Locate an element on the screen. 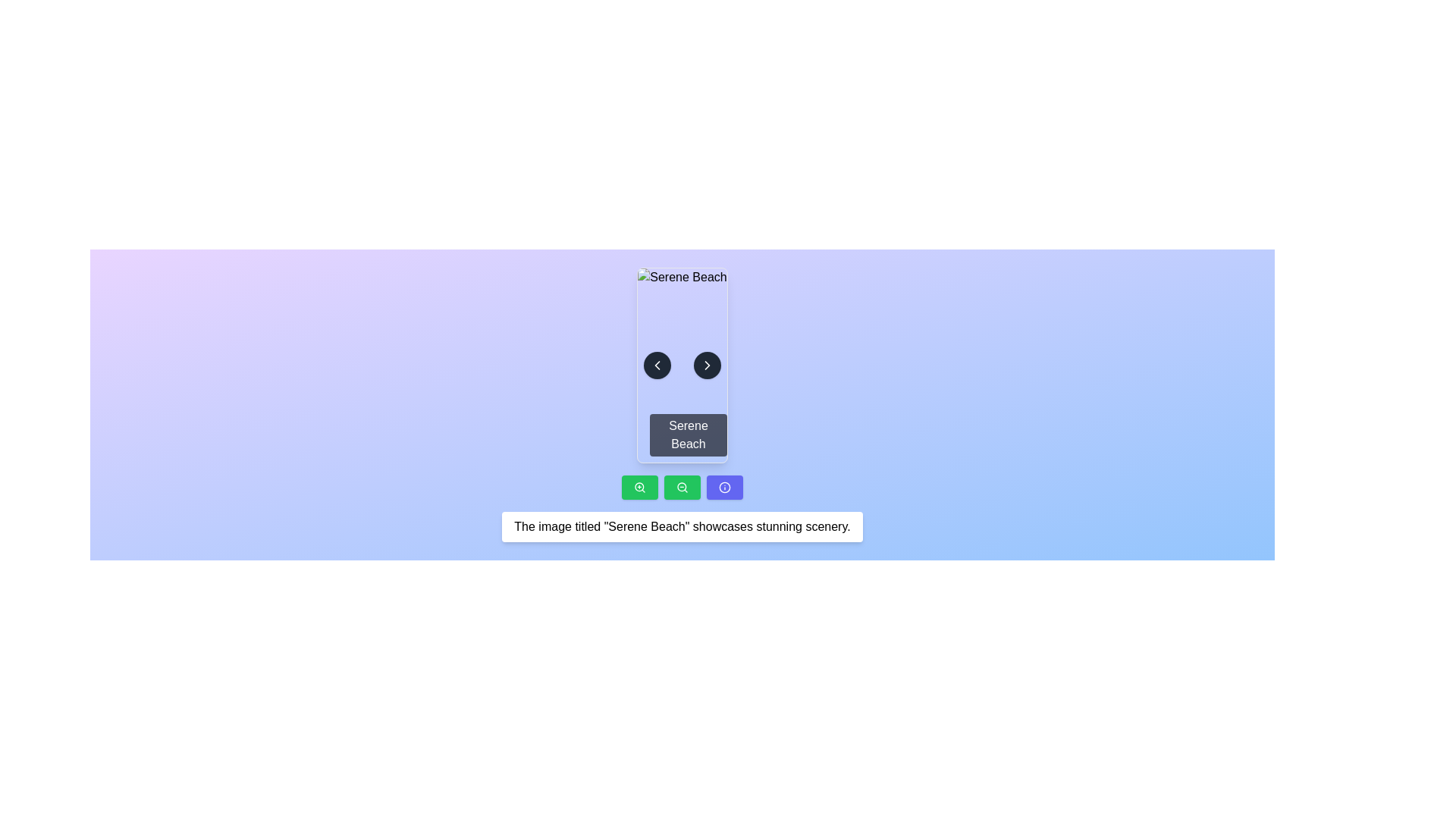  the circular 'info' icon with an outlined design, centrally aligned within its dark indigo button, located at the bottom-right of the interface is located at coordinates (723, 488).